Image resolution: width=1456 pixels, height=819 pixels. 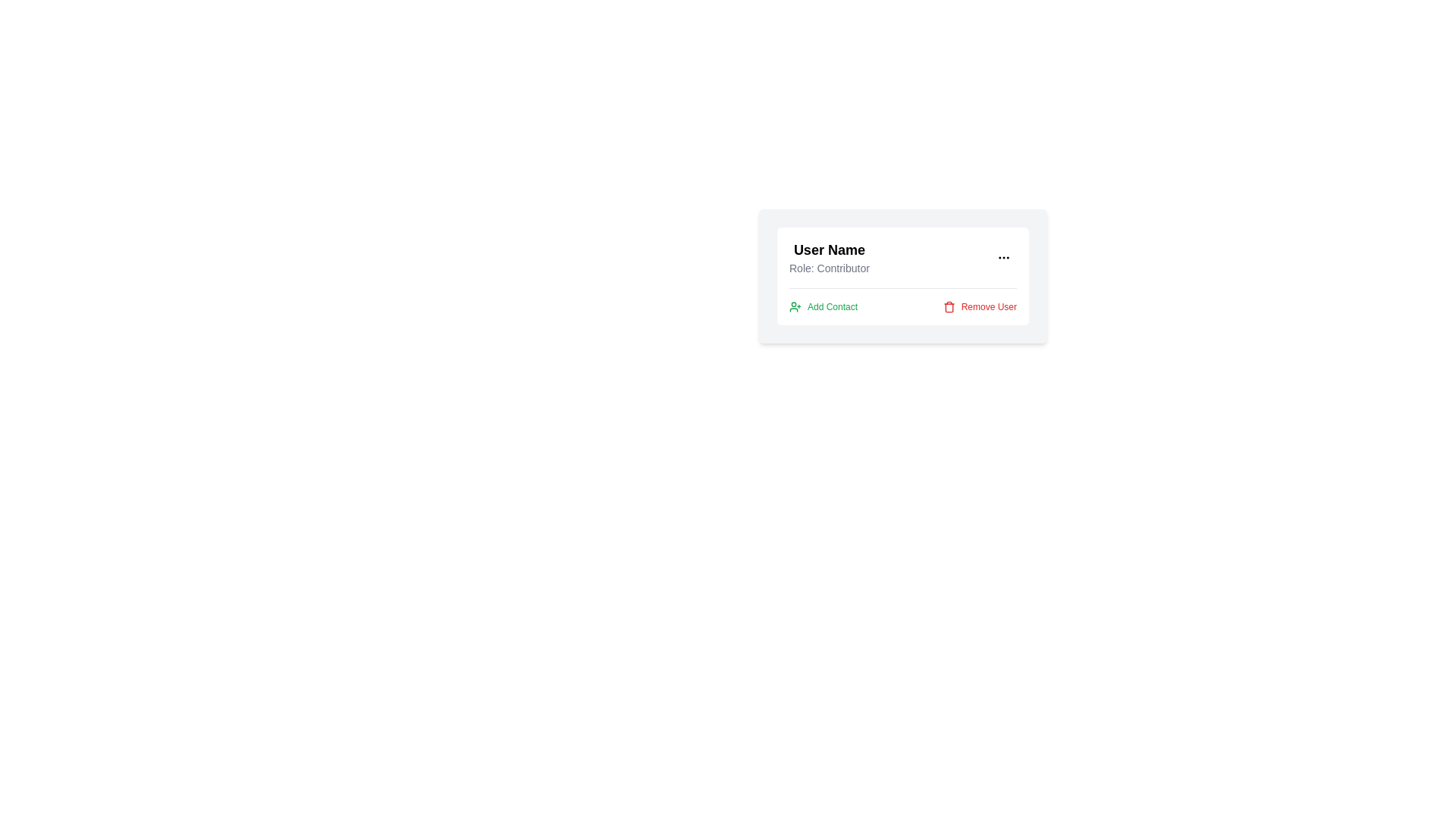 I want to click on the 'Remove User' button, which is a horizontally aligned text button styled in small red text with a trashcan icon, located to the right of the 'Add Contact' button under the user information card, so click(x=980, y=307).